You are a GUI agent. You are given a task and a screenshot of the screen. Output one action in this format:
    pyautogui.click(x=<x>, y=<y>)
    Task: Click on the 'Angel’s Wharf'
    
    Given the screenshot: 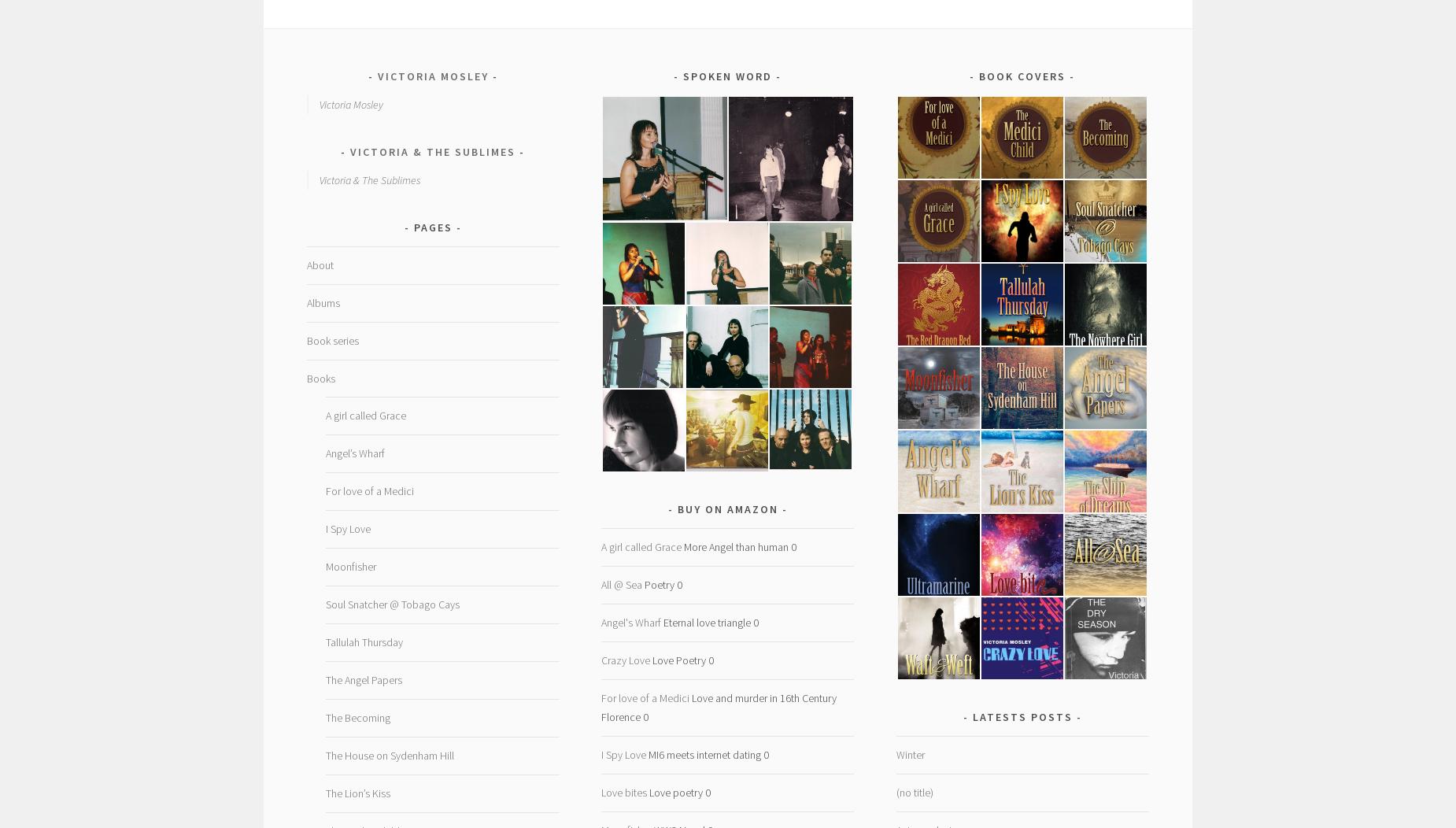 What is the action you would take?
    pyautogui.click(x=353, y=452)
    